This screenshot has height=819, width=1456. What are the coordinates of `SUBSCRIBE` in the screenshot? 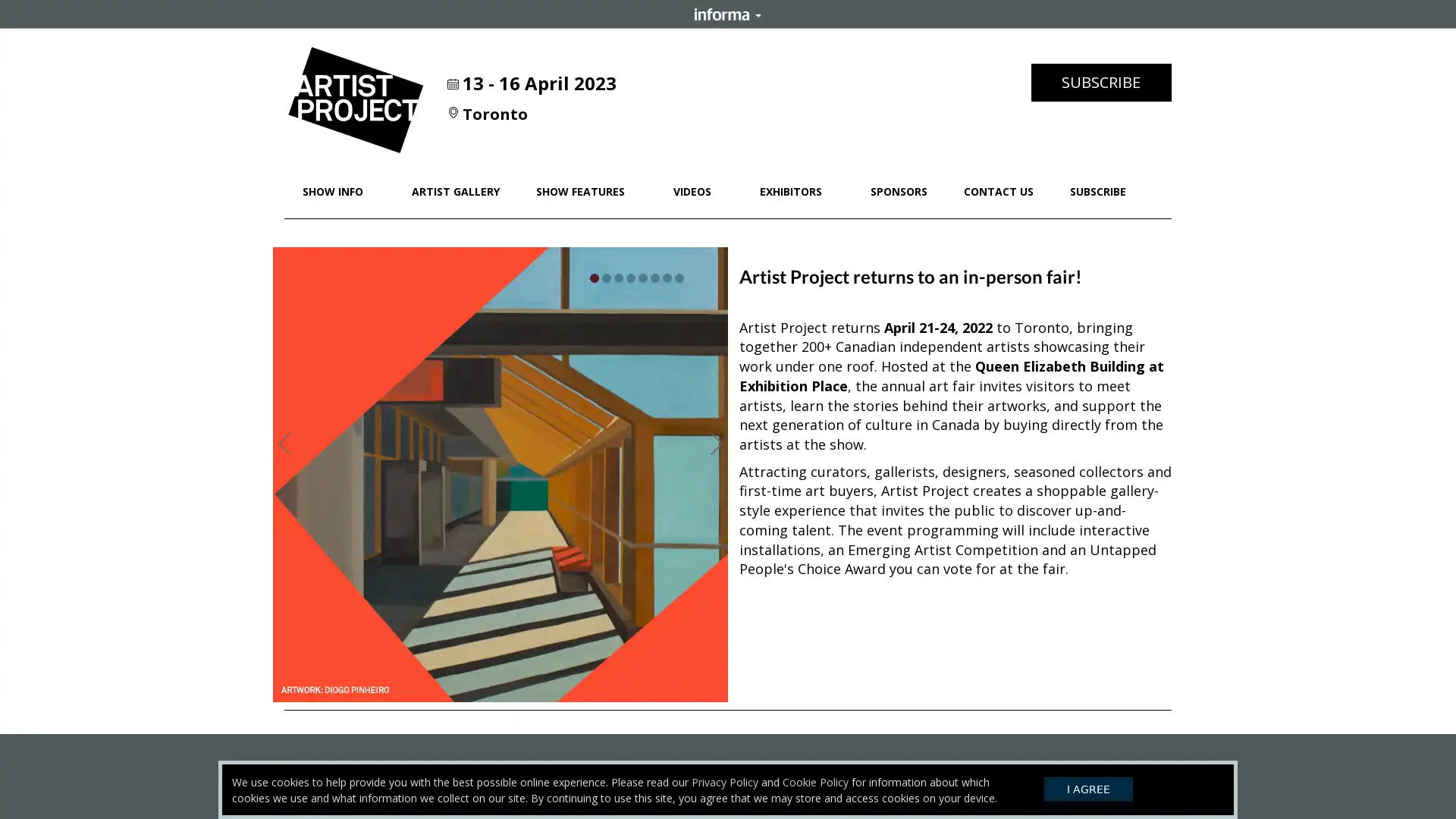 It's located at (1100, 82).